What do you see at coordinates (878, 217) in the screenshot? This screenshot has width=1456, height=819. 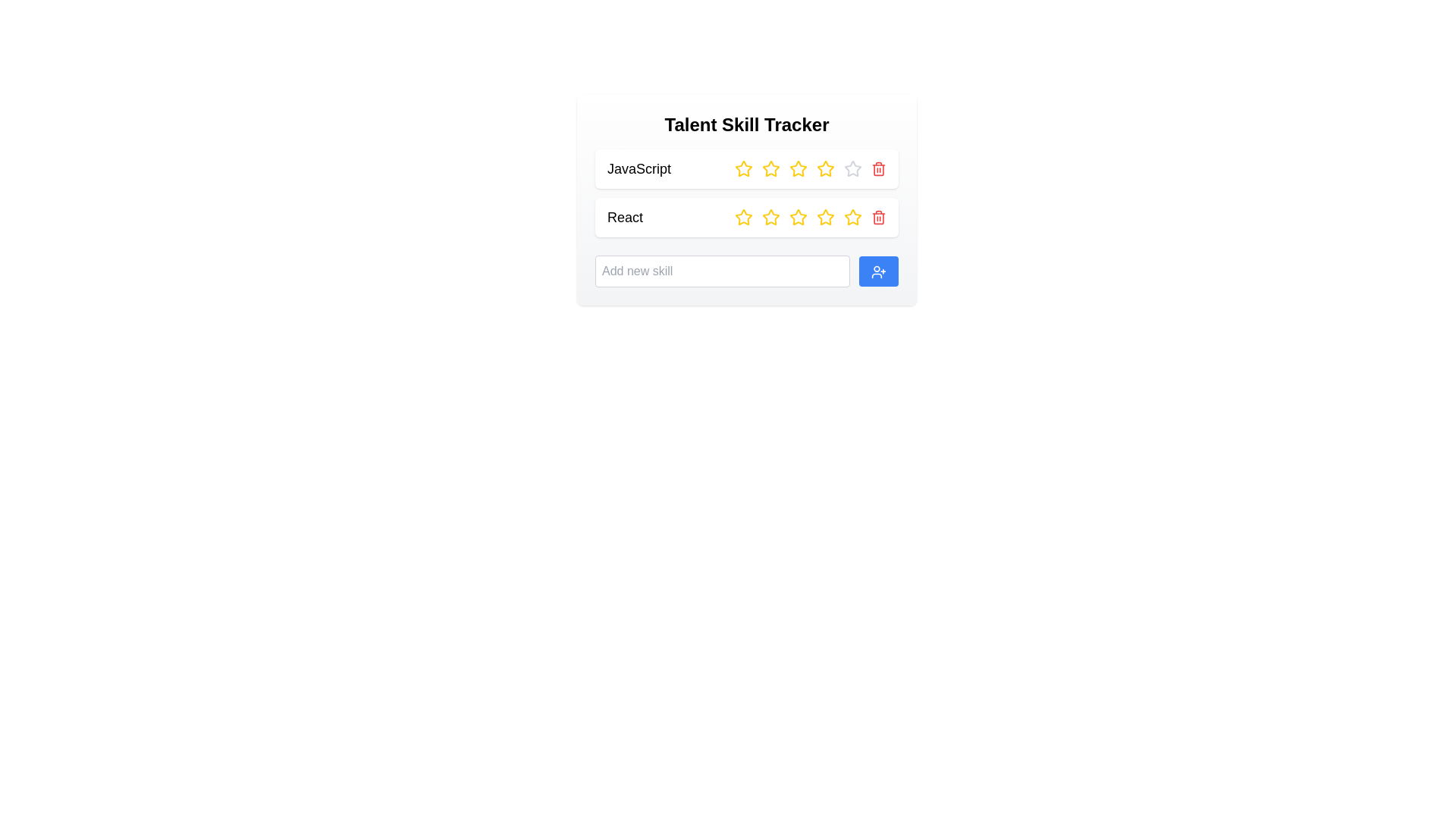 I see `the delete button located at the far-right edge of the second list item in the skill tracker interface` at bounding box center [878, 217].